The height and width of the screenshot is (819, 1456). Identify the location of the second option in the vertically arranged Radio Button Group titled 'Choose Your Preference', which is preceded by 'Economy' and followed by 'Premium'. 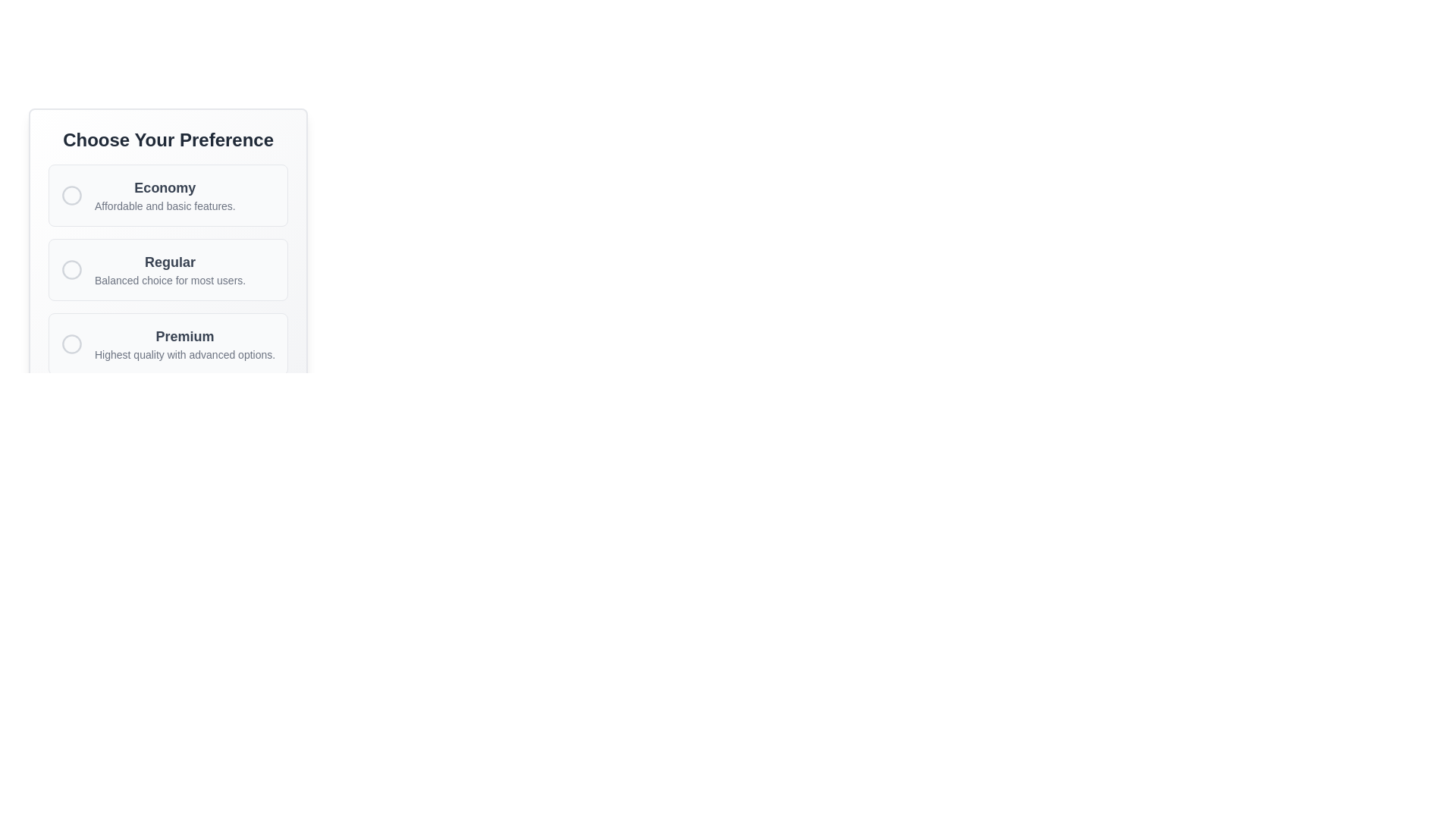
(168, 268).